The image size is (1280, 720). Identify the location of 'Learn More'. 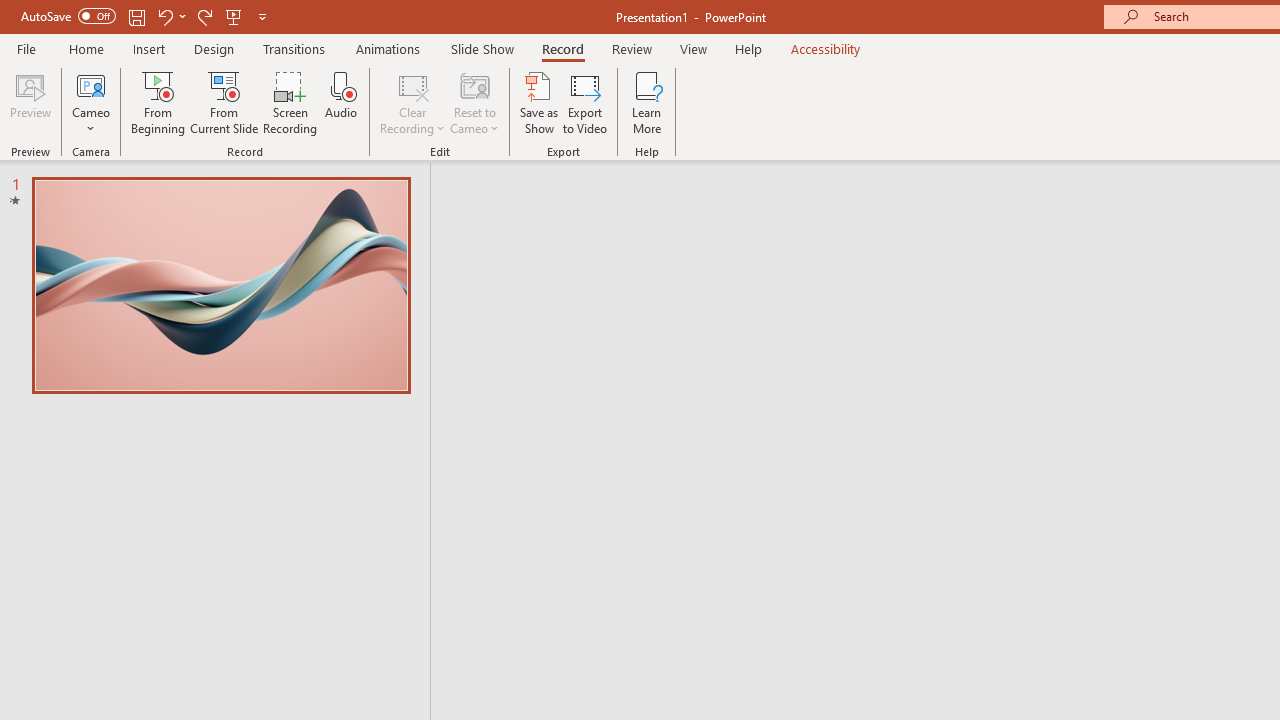
(647, 103).